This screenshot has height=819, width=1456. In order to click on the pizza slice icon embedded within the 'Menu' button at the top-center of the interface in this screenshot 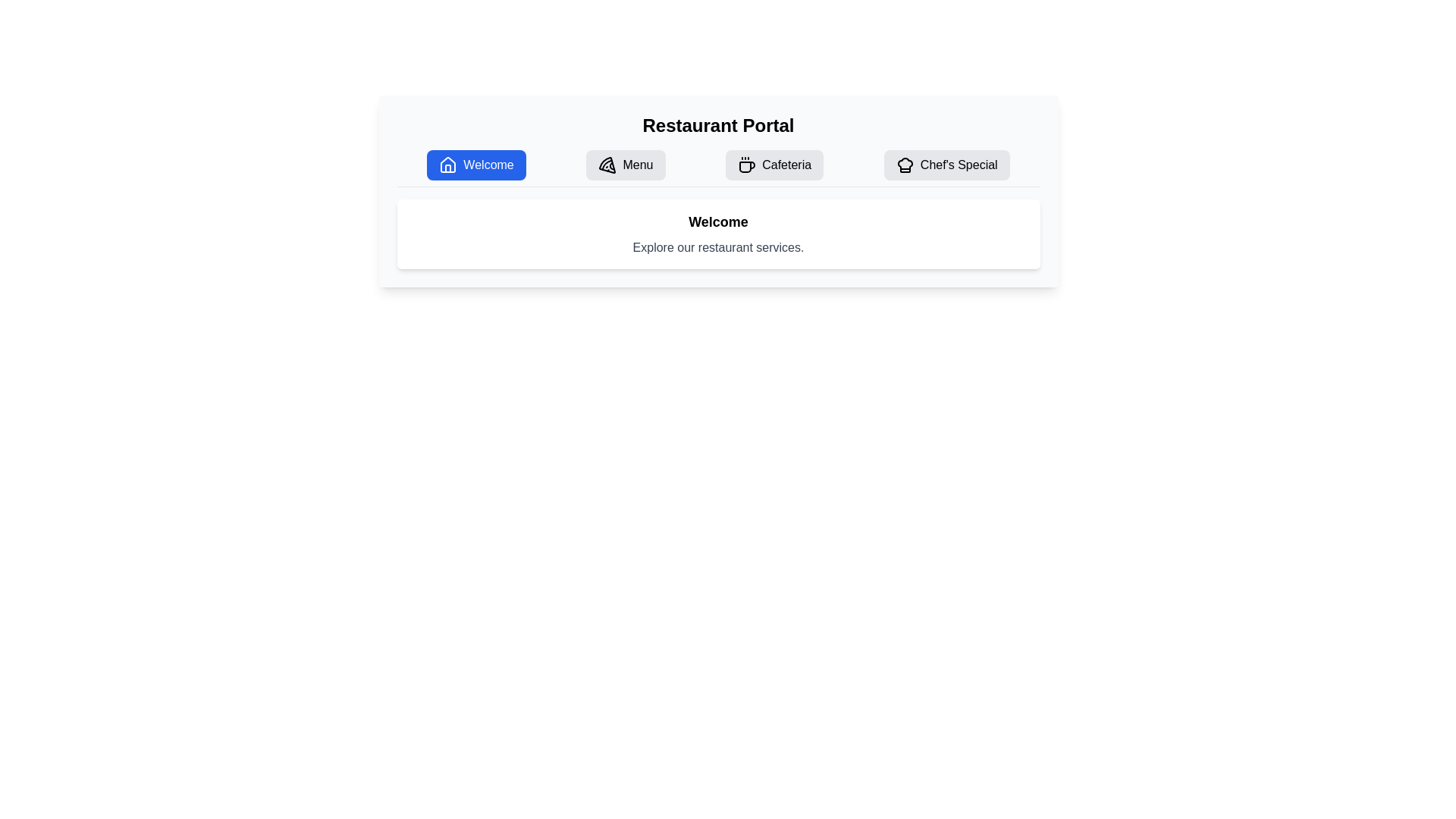, I will do `click(607, 165)`.